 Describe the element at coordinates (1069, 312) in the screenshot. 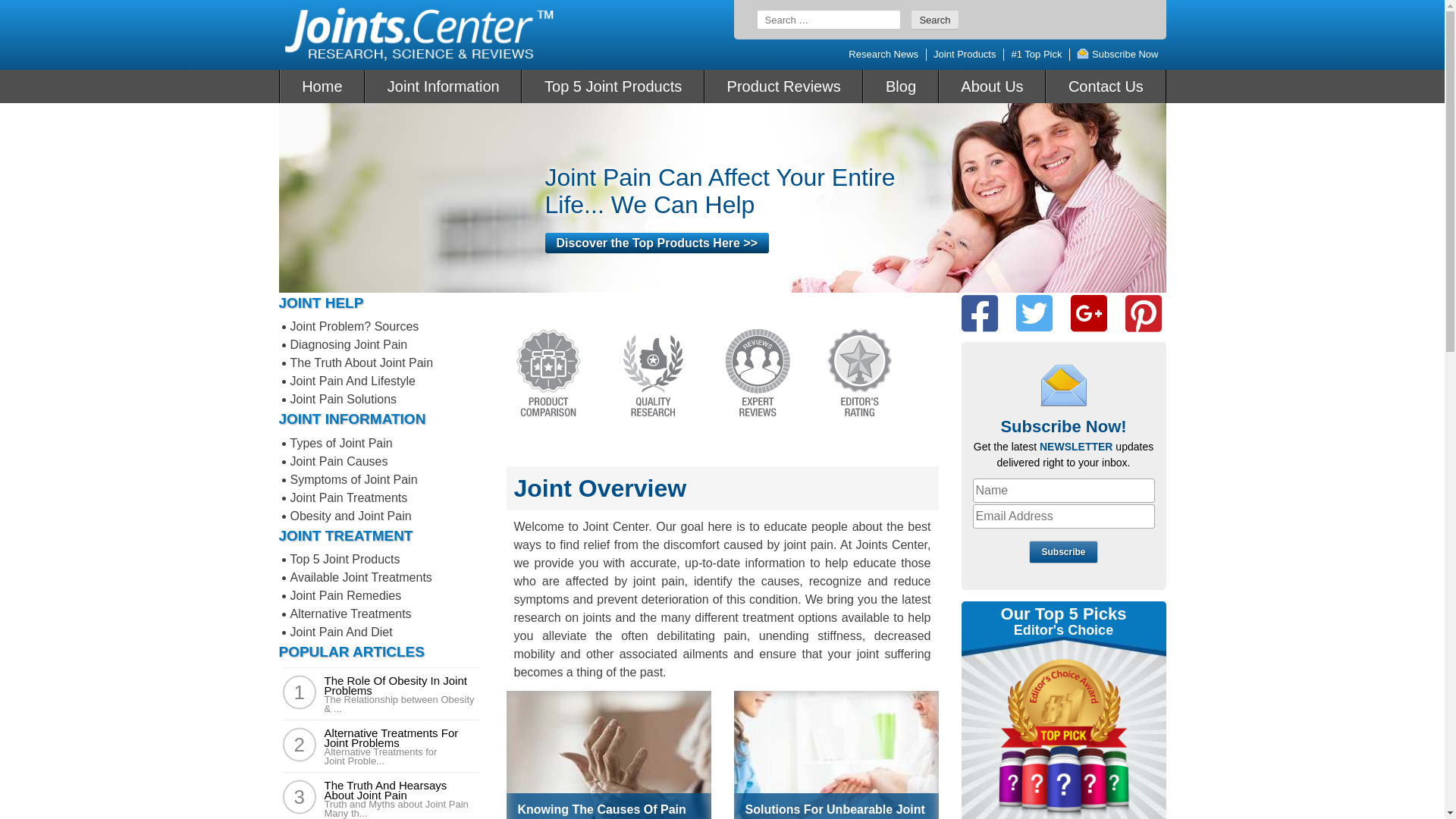

I see `'Google +'` at that location.